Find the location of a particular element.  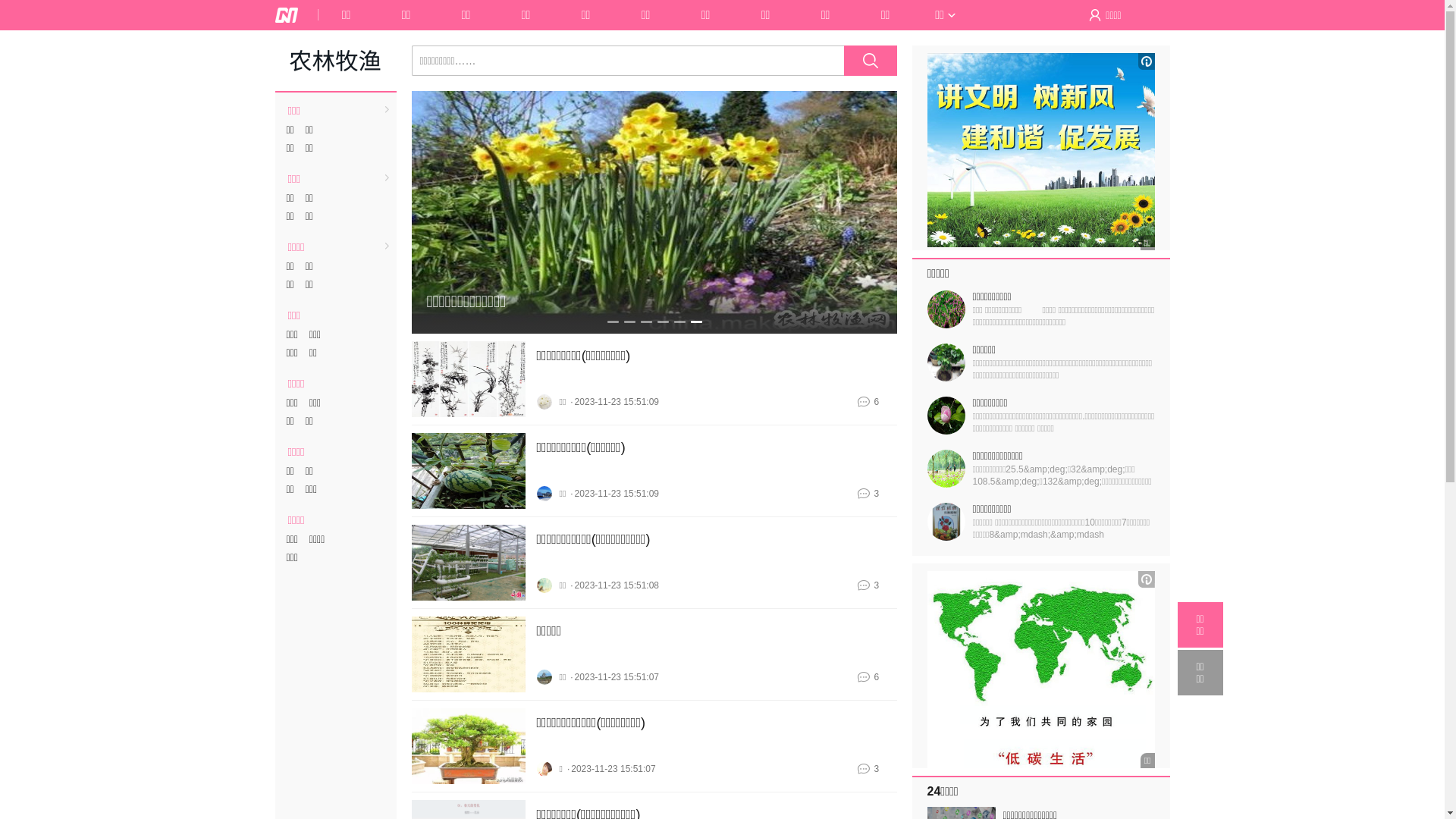

'3' is located at coordinates (877, 494).